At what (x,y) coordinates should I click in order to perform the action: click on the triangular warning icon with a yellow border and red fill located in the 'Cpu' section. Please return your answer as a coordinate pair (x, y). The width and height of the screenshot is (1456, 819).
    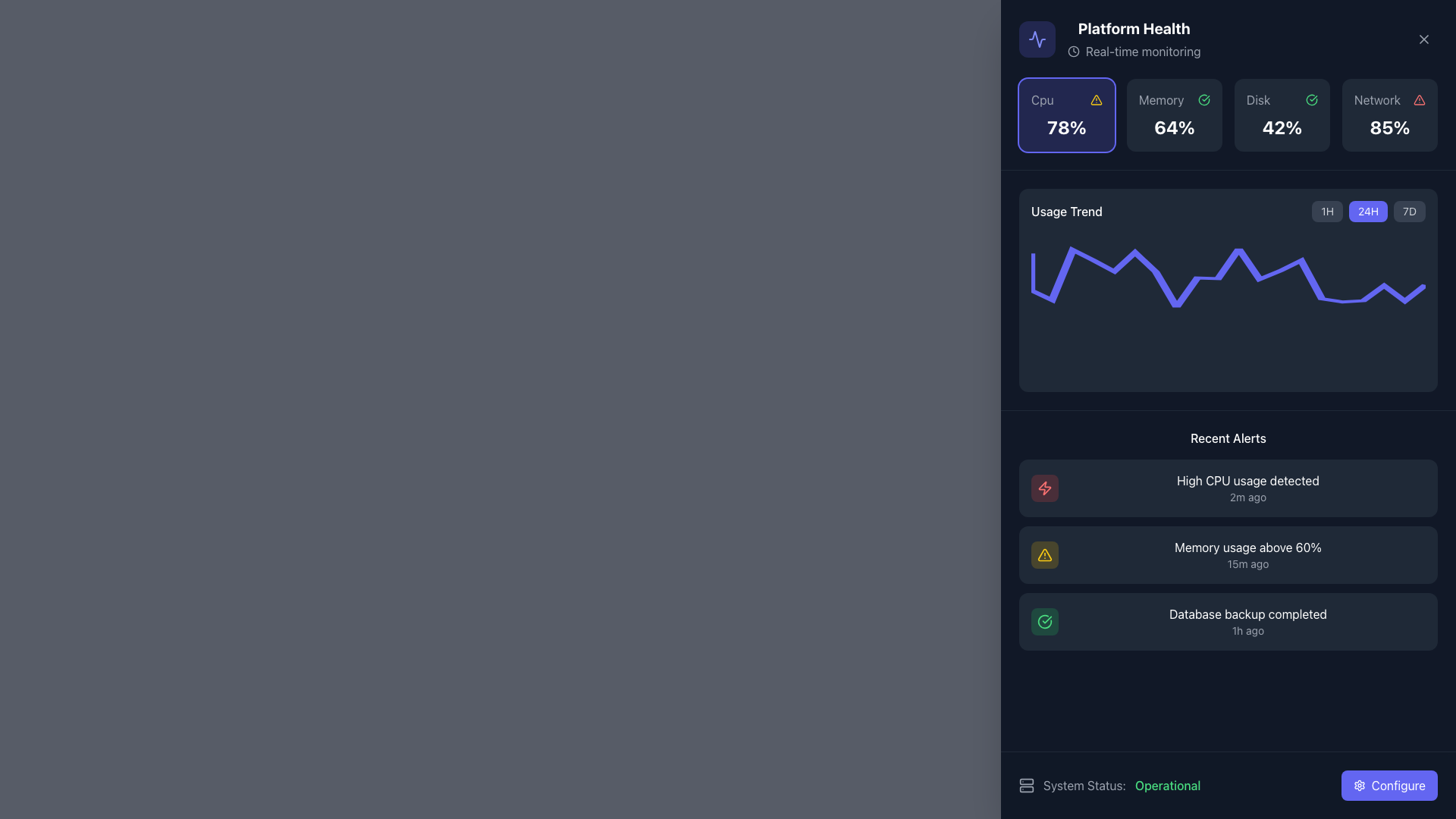
    Looking at the image, I should click on (1096, 99).